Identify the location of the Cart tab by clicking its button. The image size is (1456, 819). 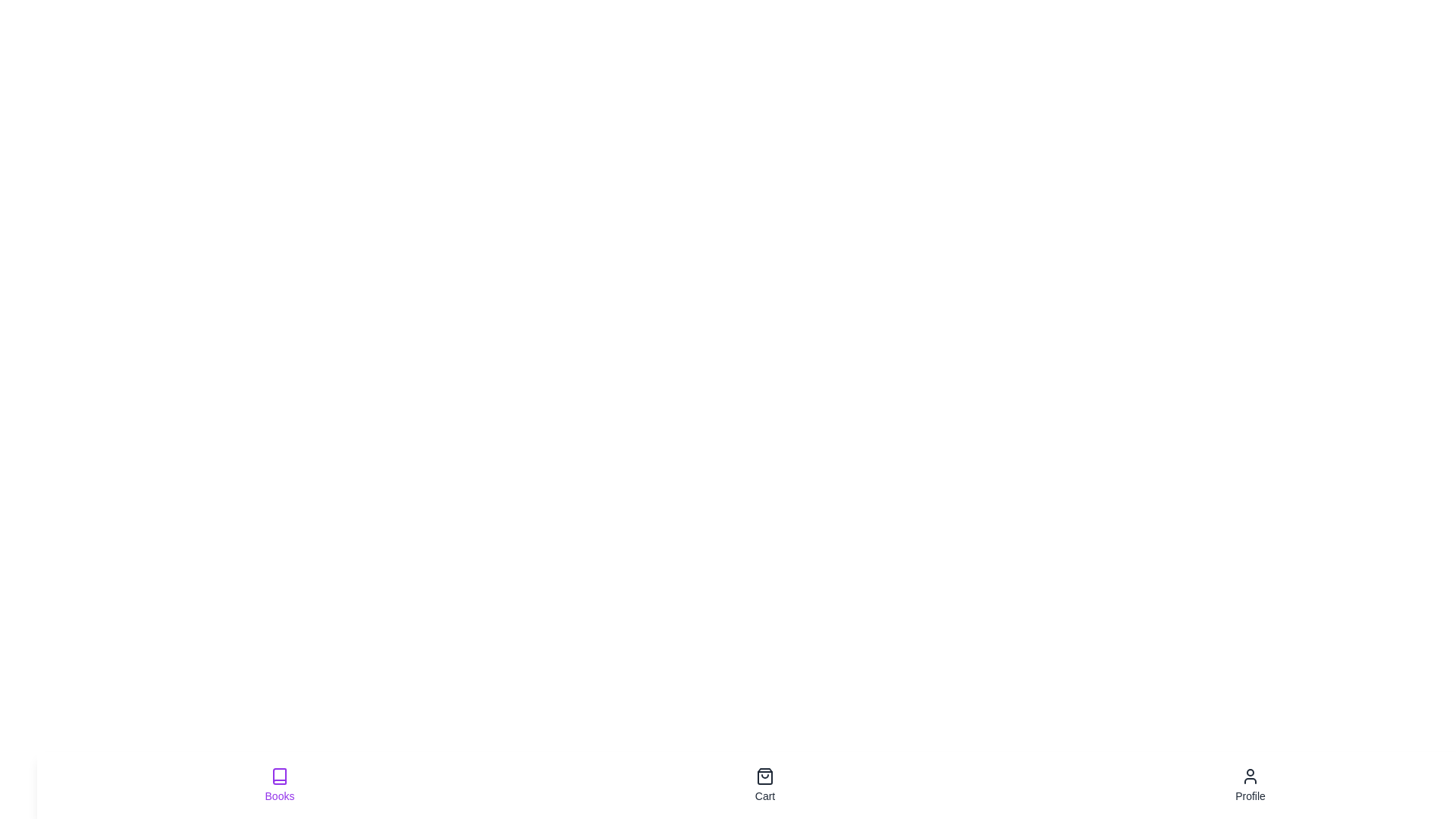
(764, 785).